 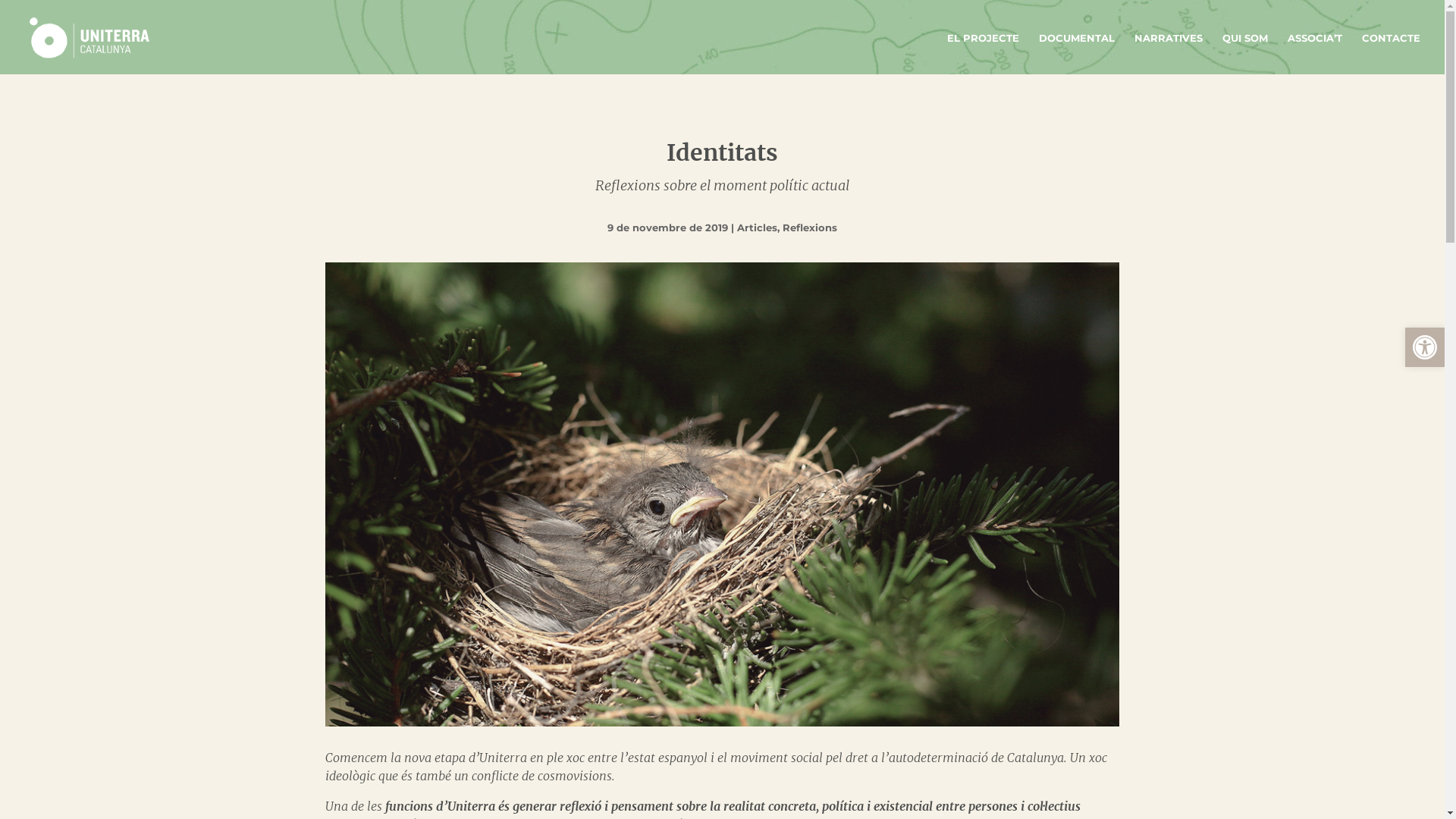 What do you see at coordinates (1076, 53) in the screenshot?
I see `'DOCUMENTAL'` at bounding box center [1076, 53].